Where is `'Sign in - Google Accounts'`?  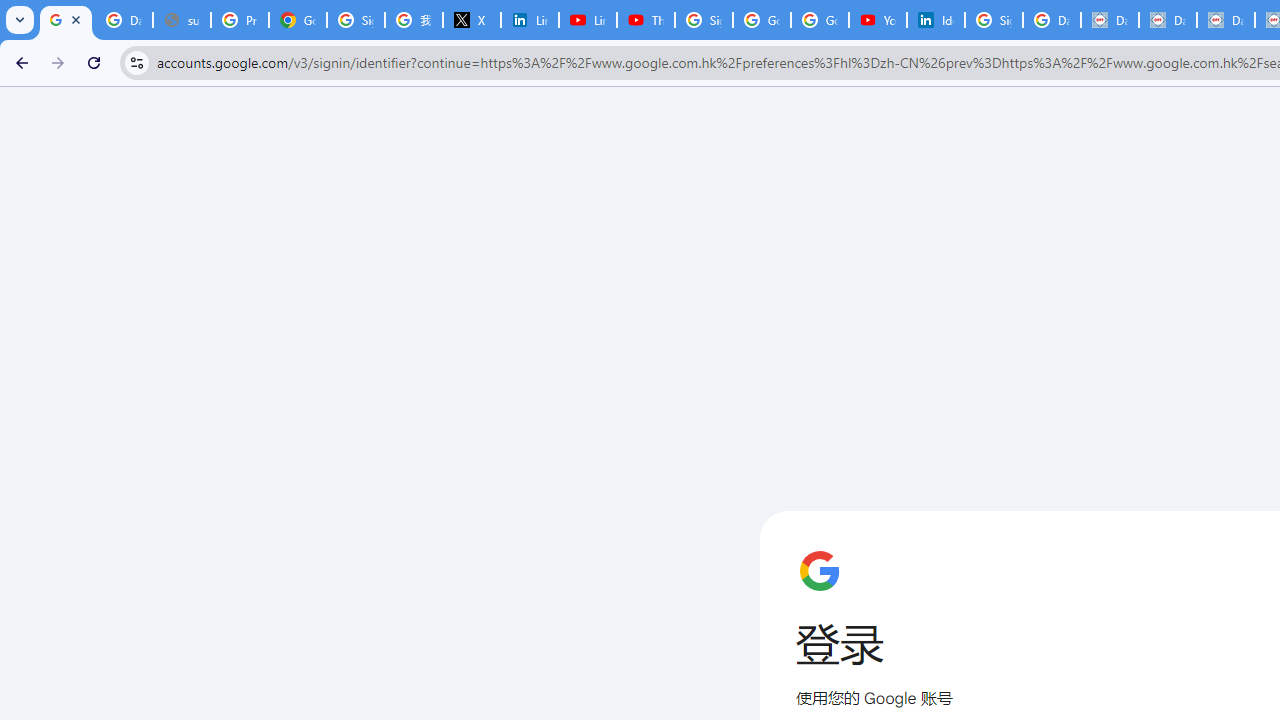
'Sign in - Google Accounts' is located at coordinates (704, 20).